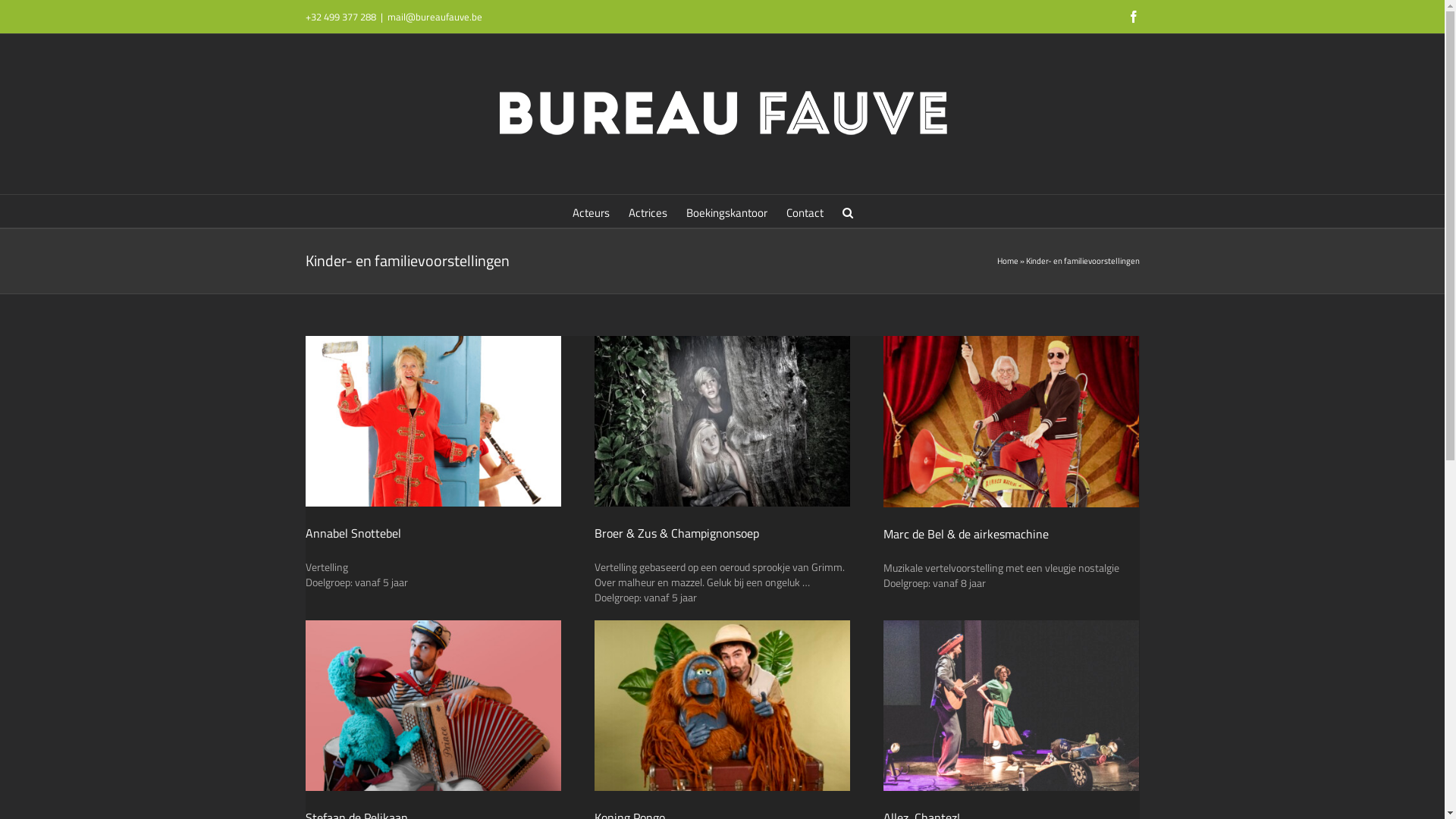 The width and height of the screenshot is (1456, 819). What do you see at coordinates (996, 259) in the screenshot?
I see `'Home'` at bounding box center [996, 259].